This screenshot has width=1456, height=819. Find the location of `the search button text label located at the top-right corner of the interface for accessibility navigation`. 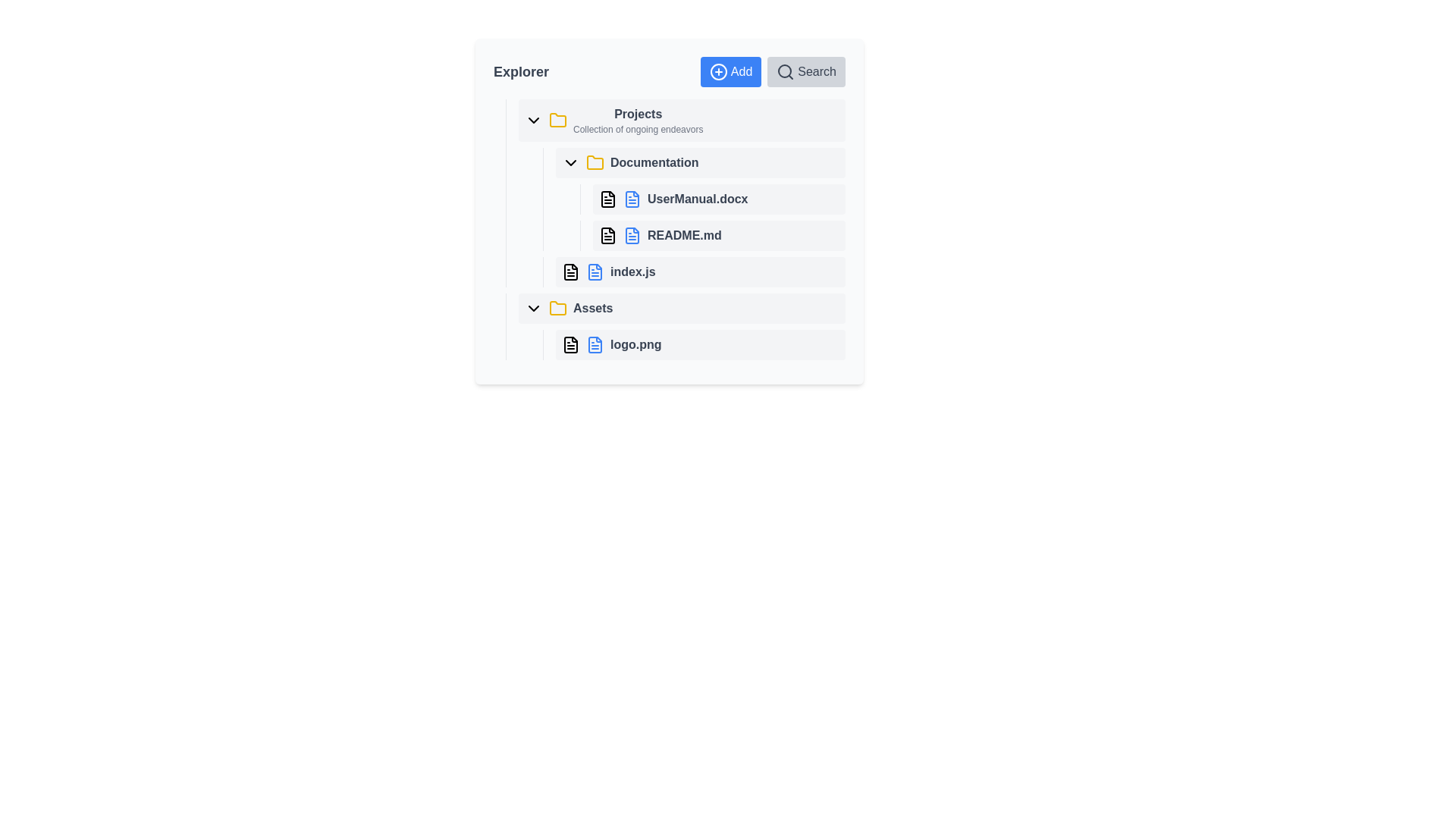

the search button text label located at the top-right corner of the interface for accessibility navigation is located at coordinates (816, 72).